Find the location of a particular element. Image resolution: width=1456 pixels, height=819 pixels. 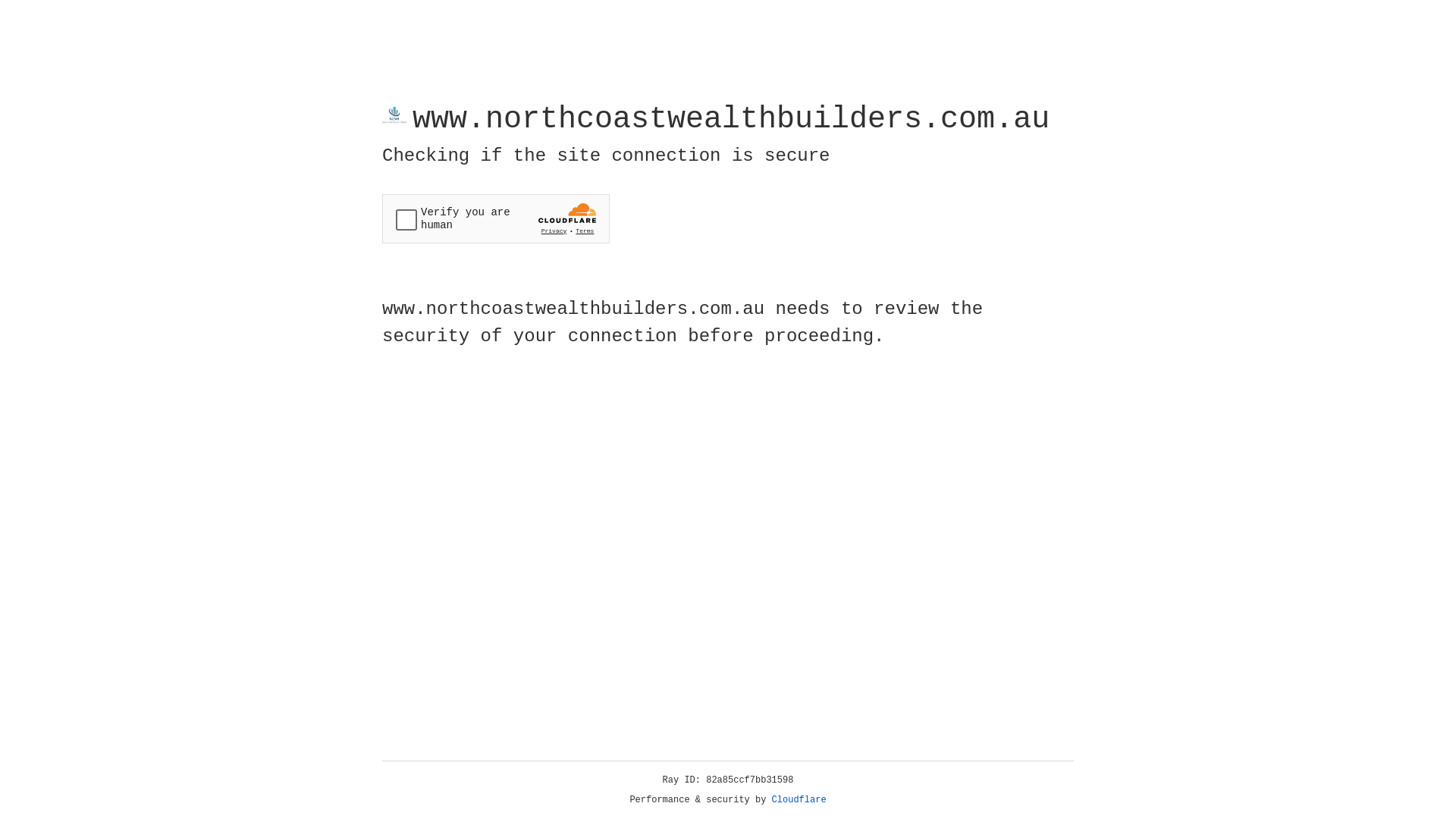

'Cloudflare' is located at coordinates (799, 799).